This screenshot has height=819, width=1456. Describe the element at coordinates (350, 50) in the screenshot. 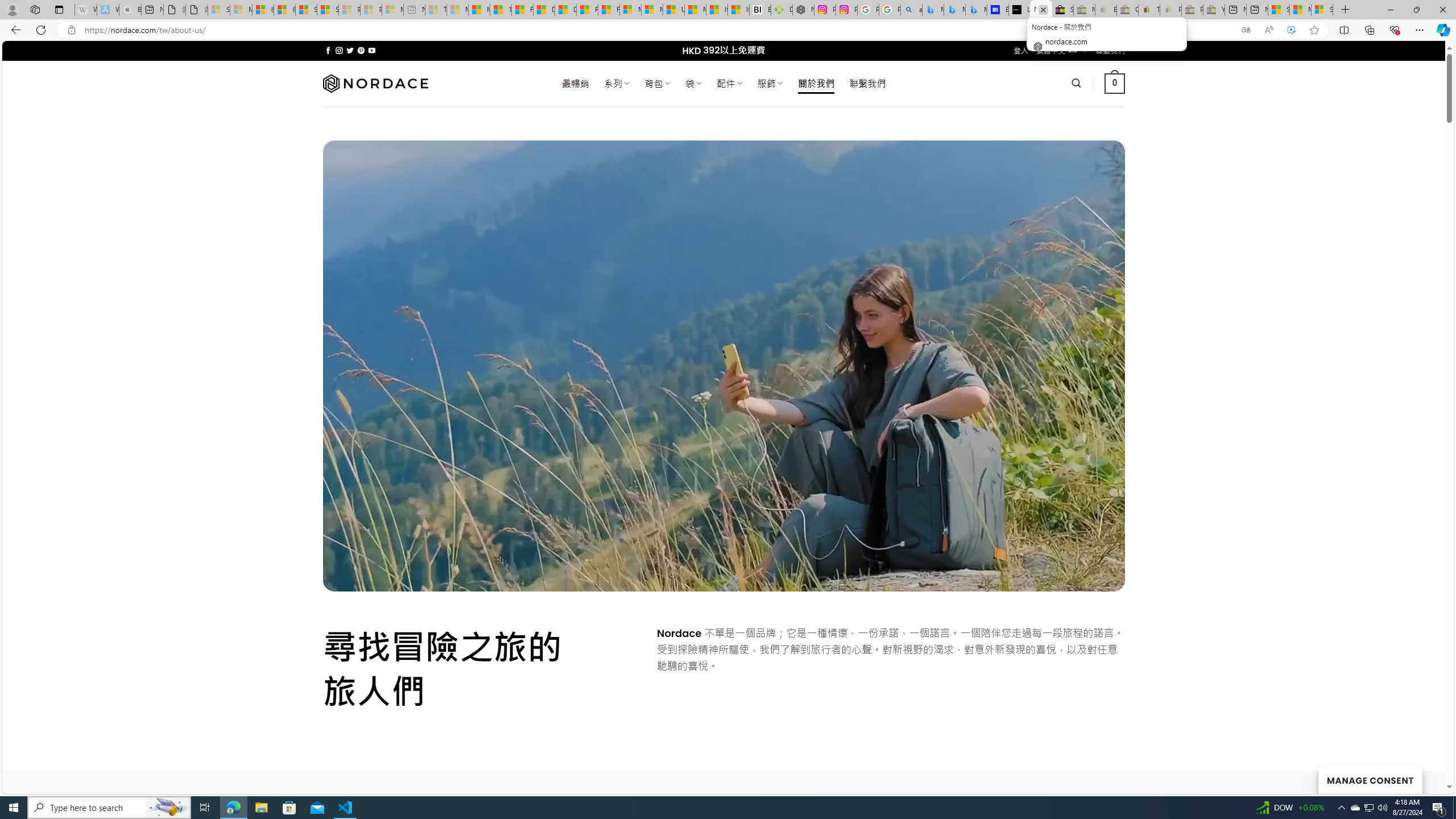

I see `'Follow on Twitter'` at that location.